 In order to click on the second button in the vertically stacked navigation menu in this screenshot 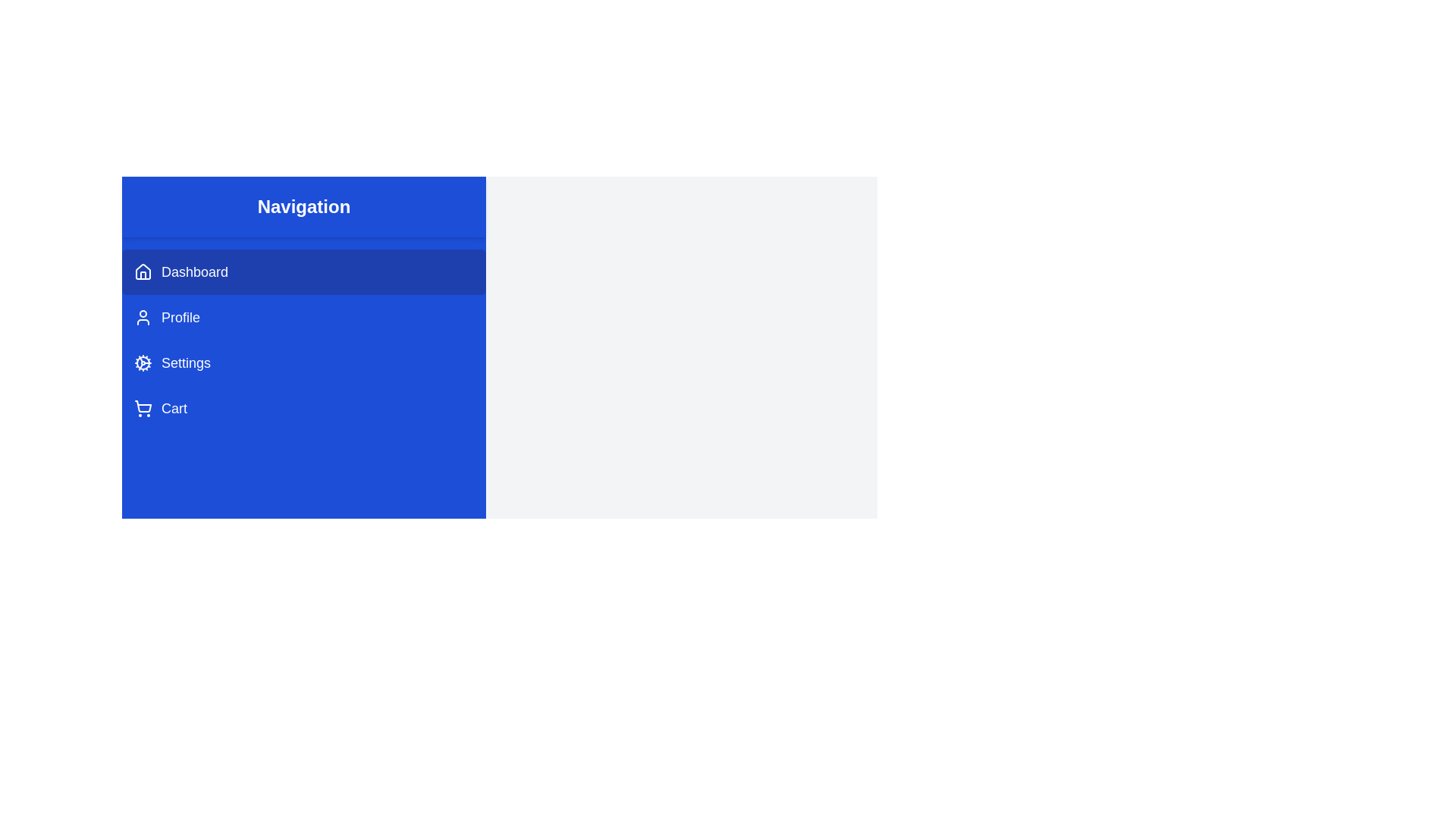, I will do `click(303, 317)`.